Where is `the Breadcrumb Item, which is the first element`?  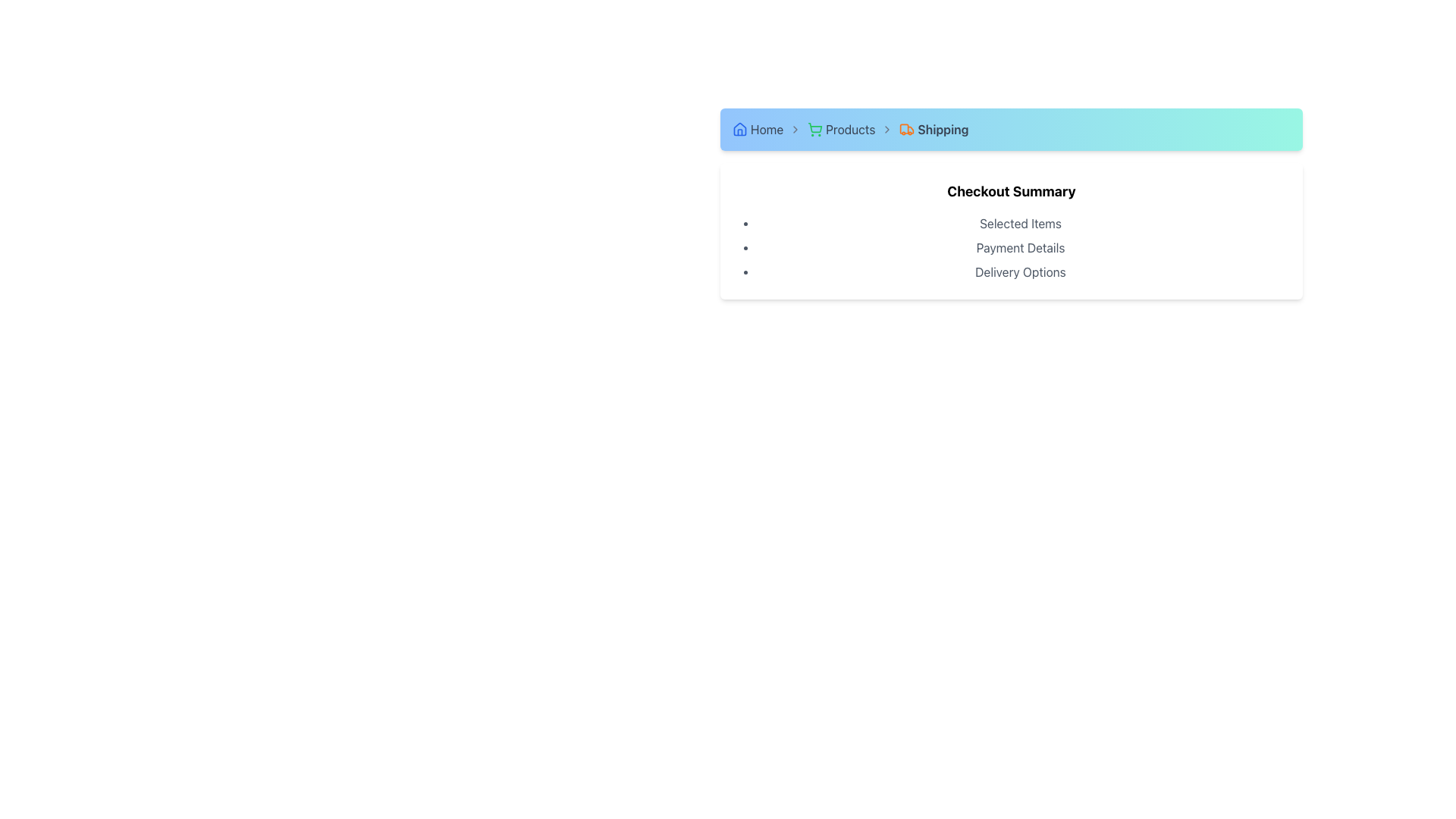 the Breadcrumb Item, which is the first element is located at coordinates (758, 128).